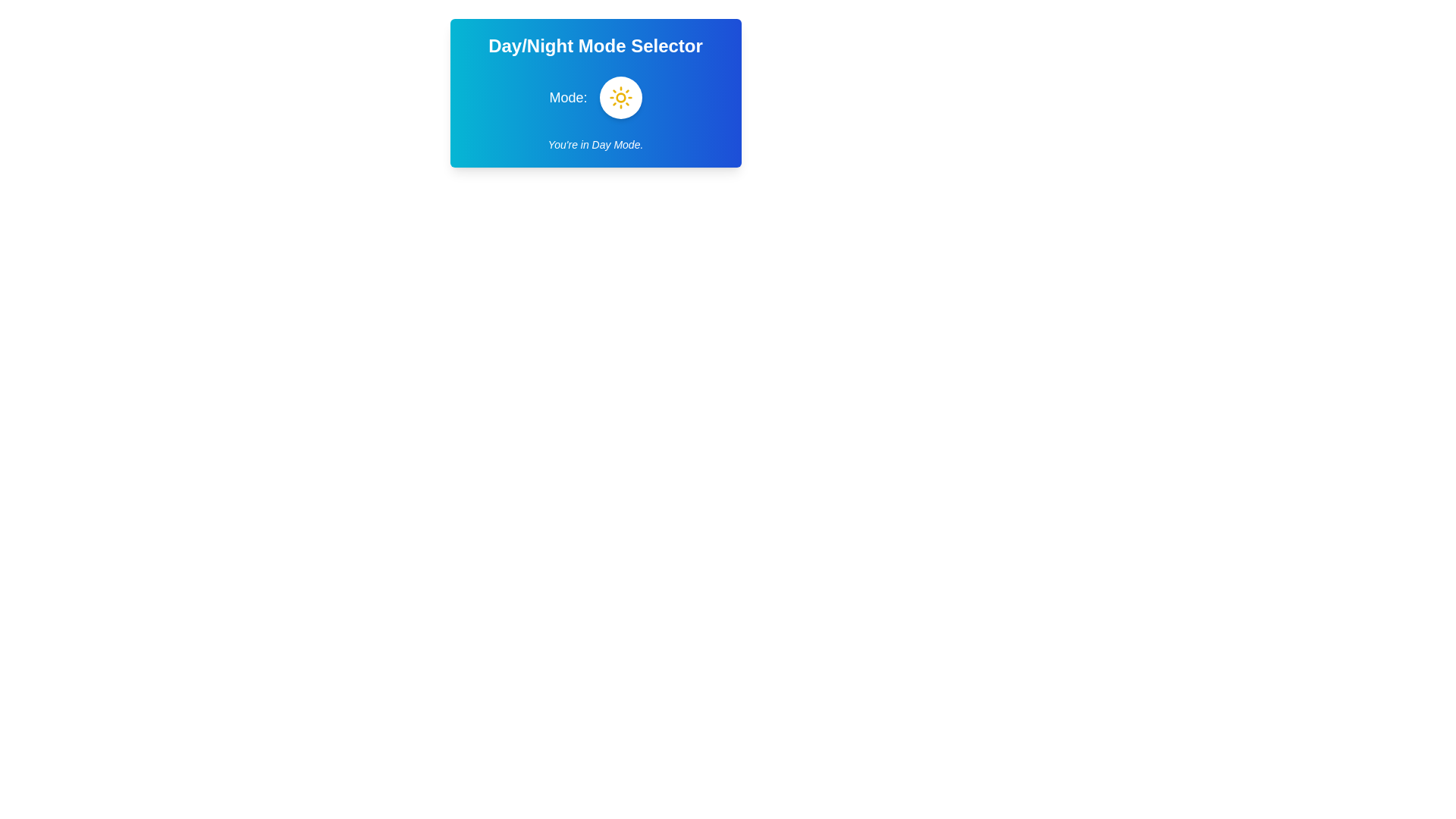 Image resolution: width=1456 pixels, height=819 pixels. Describe the element at coordinates (620, 97) in the screenshot. I see `Day/Night toggle button to switch modes` at that location.